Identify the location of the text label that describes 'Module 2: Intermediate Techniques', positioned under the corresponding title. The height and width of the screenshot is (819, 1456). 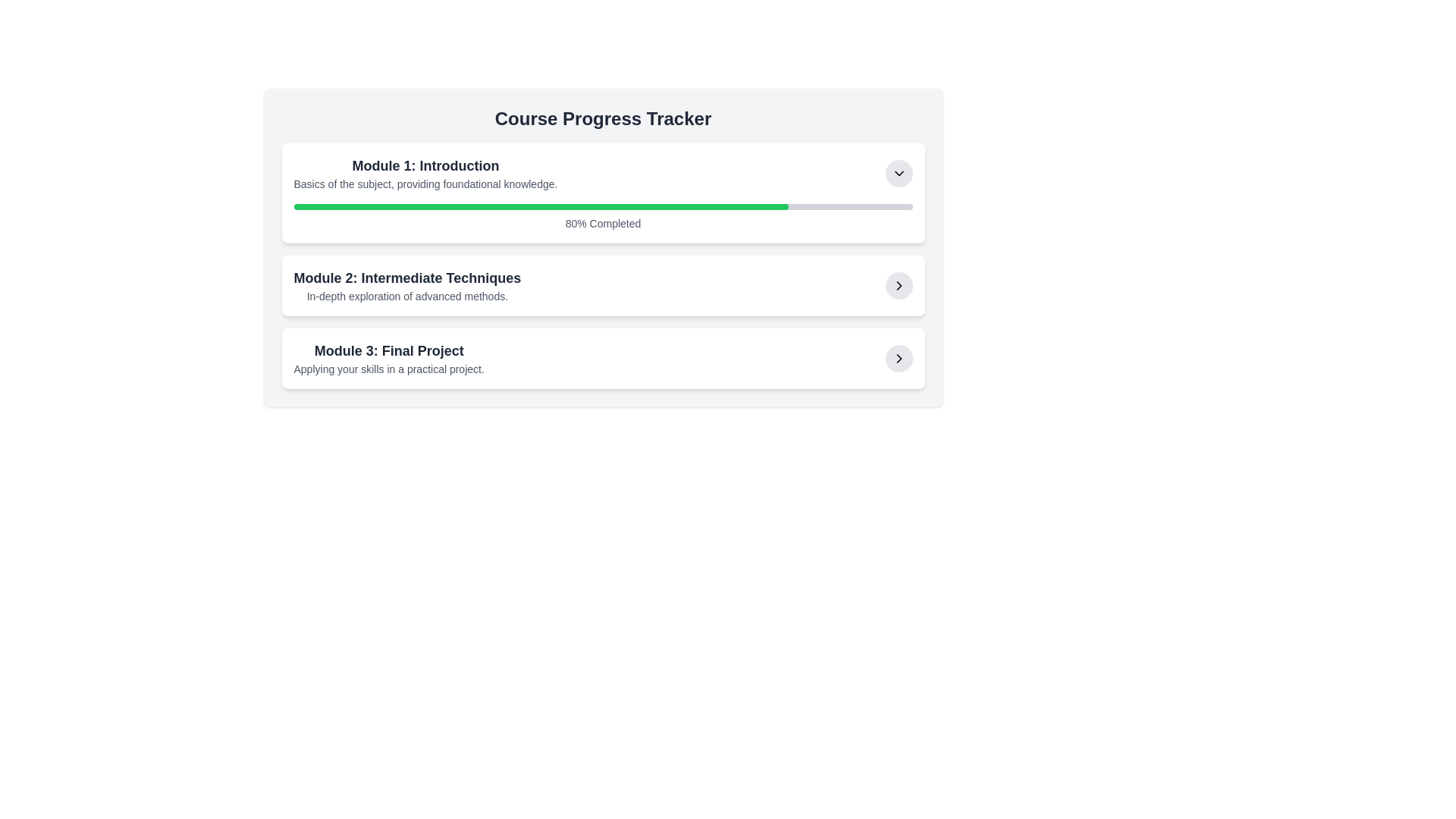
(407, 296).